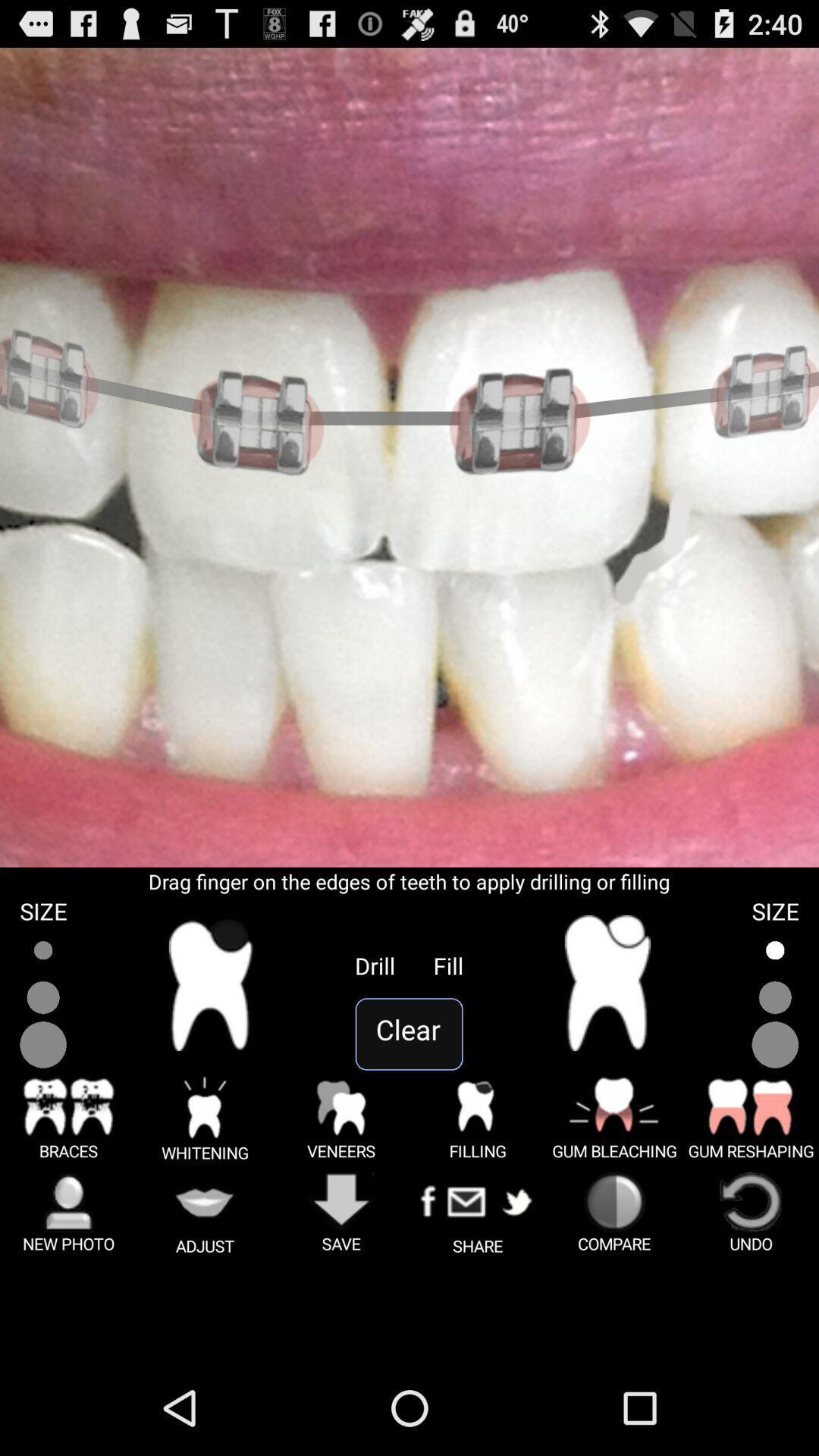  I want to click on size toggle option, so click(775, 998).